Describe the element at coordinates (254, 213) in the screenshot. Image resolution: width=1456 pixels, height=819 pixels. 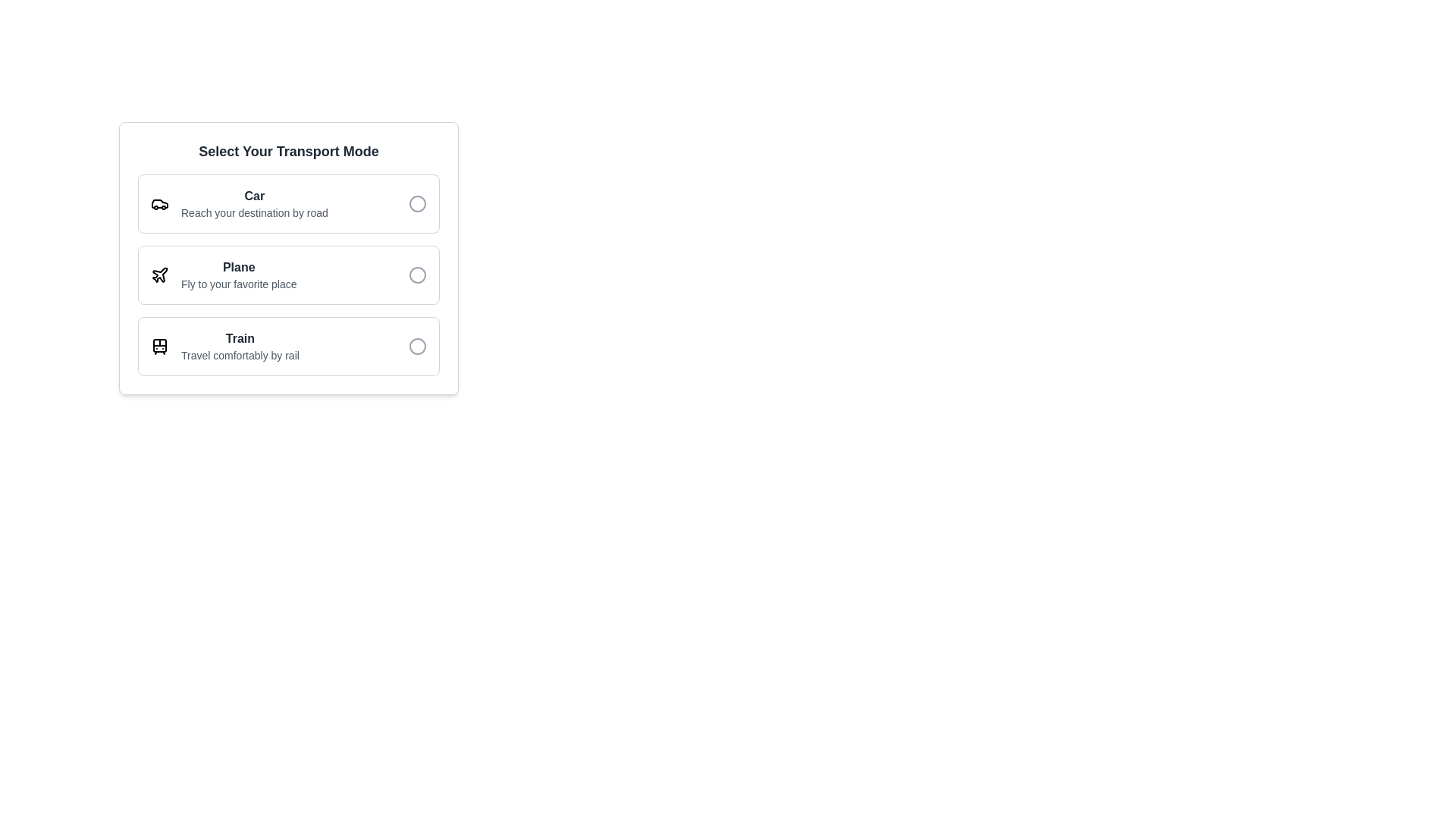
I see `static text label that says 'Reach your destination by road', which is located beneath the bold label 'Car' in the first selectable option of the transport modes list` at that location.